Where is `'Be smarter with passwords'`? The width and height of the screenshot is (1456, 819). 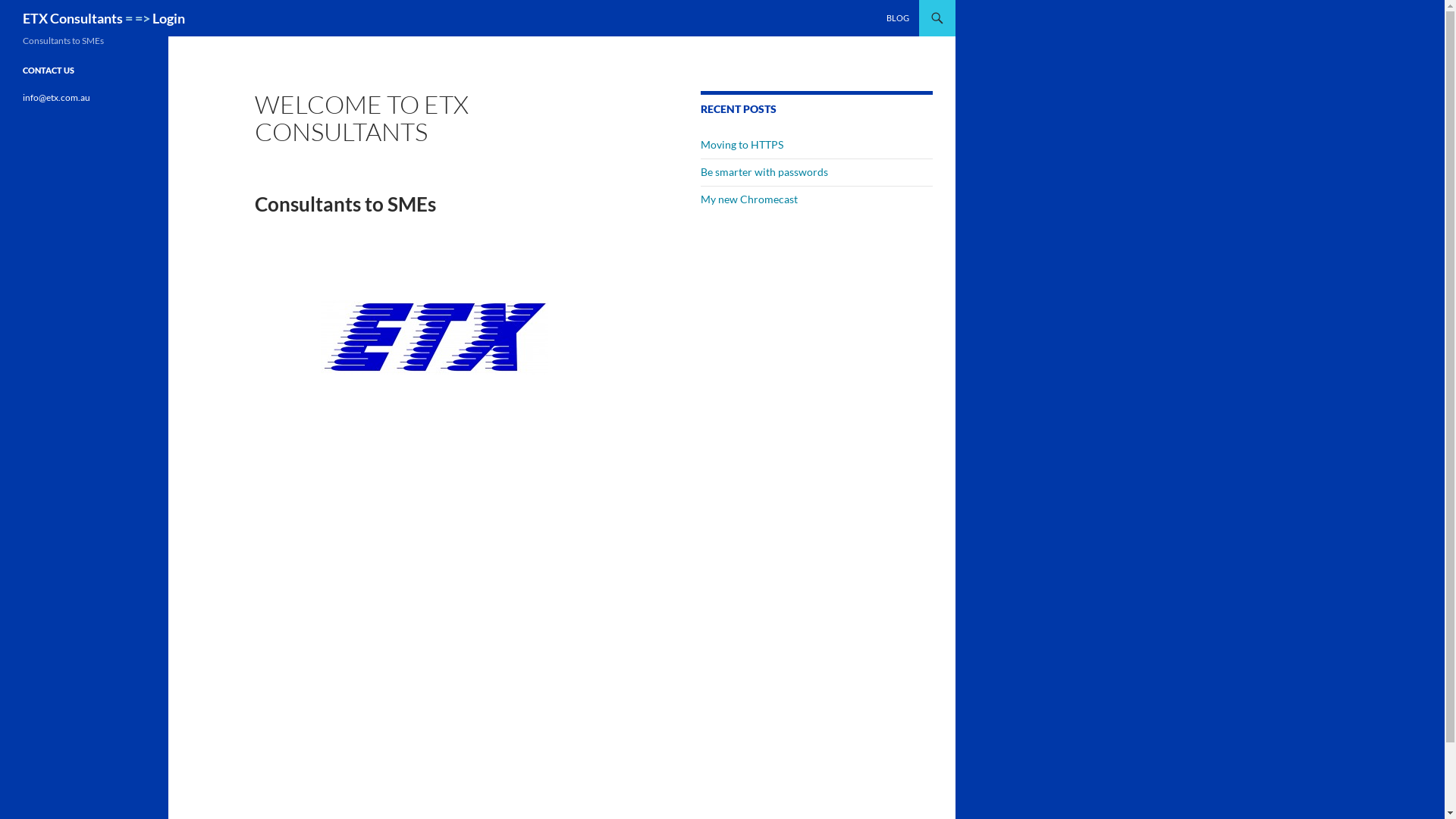
'Be smarter with passwords' is located at coordinates (700, 171).